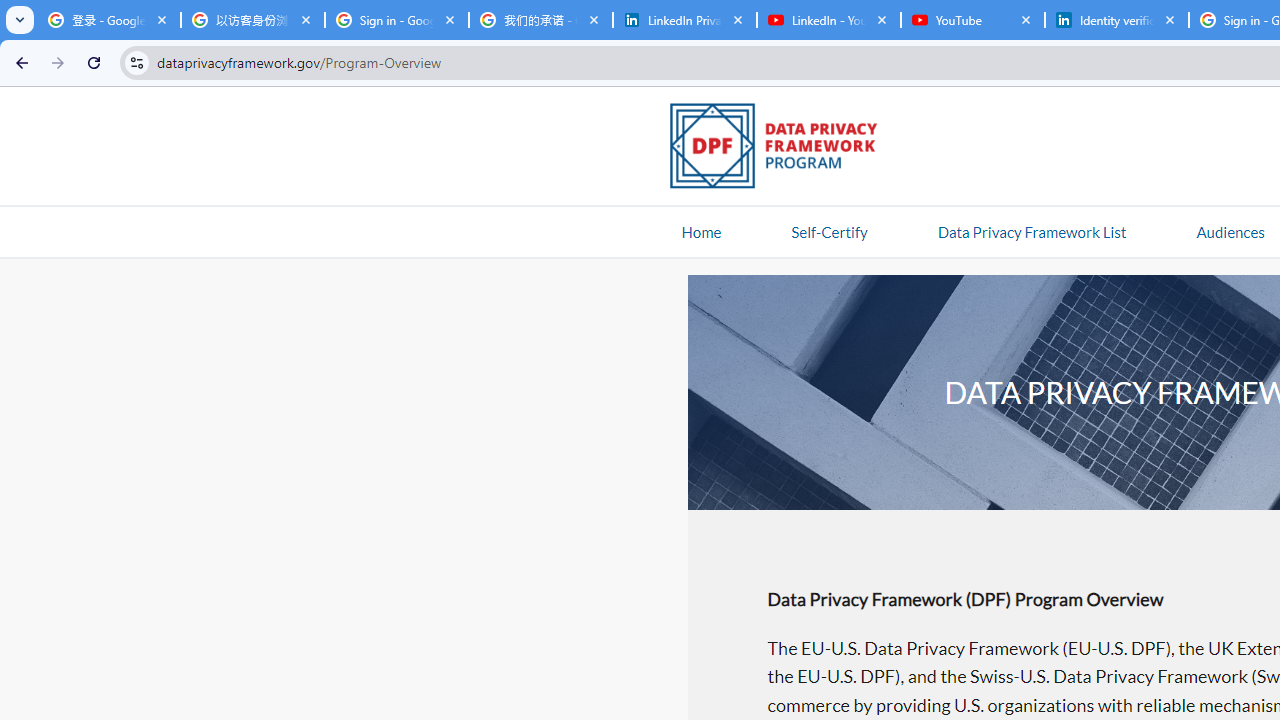 The height and width of the screenshot is (720, 1280). Describe the element at coordinates (701, 230) in the screenshot. I see `'Home'` at that location.